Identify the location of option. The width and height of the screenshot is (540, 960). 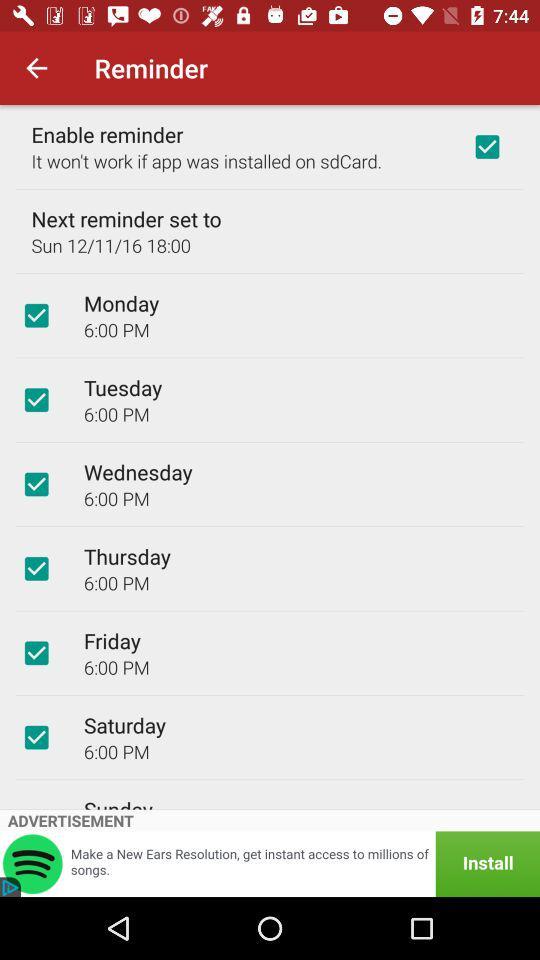
(36, 652).